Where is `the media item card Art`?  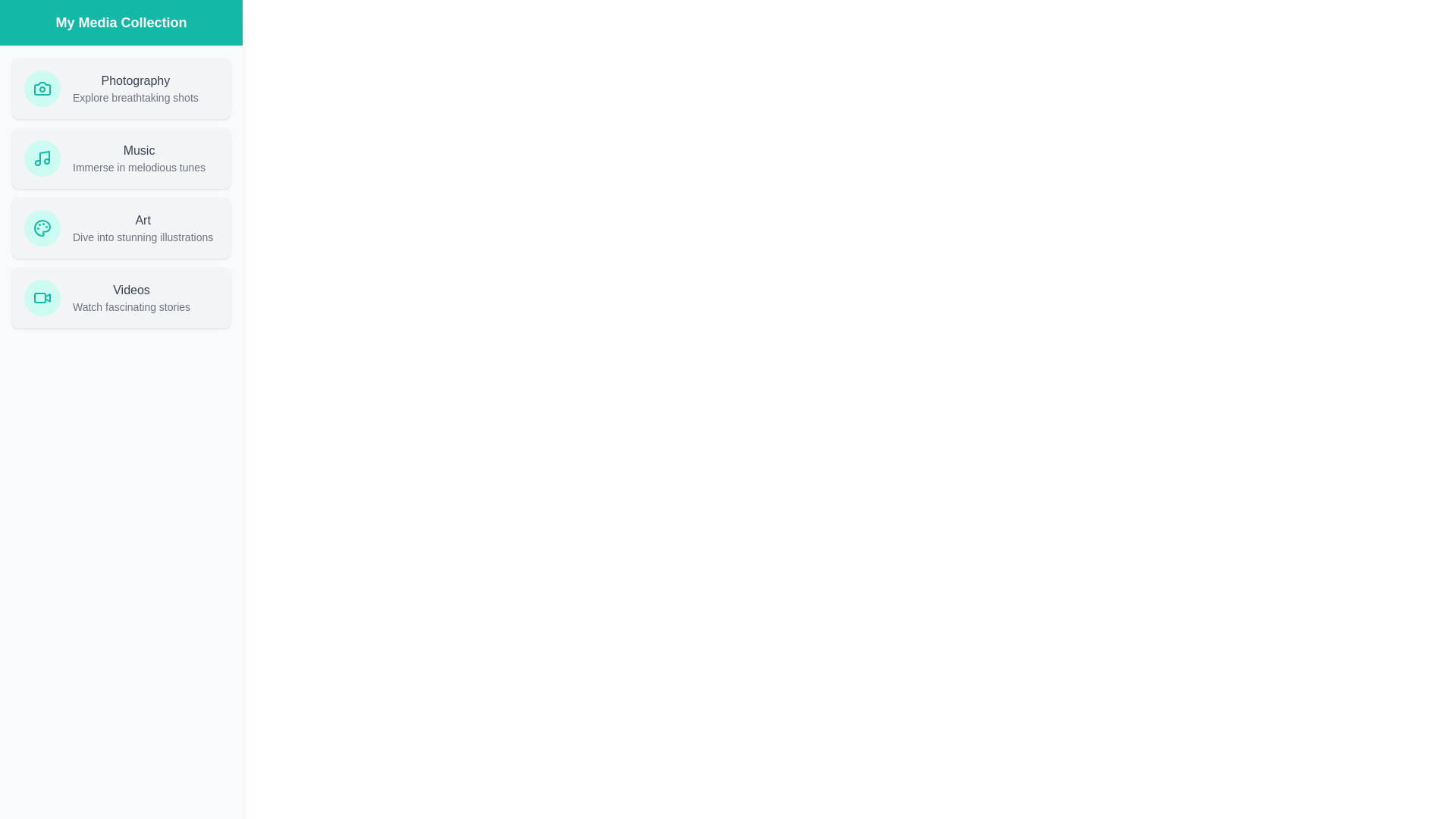
the media item card Art is located at coordinates (120, 227).